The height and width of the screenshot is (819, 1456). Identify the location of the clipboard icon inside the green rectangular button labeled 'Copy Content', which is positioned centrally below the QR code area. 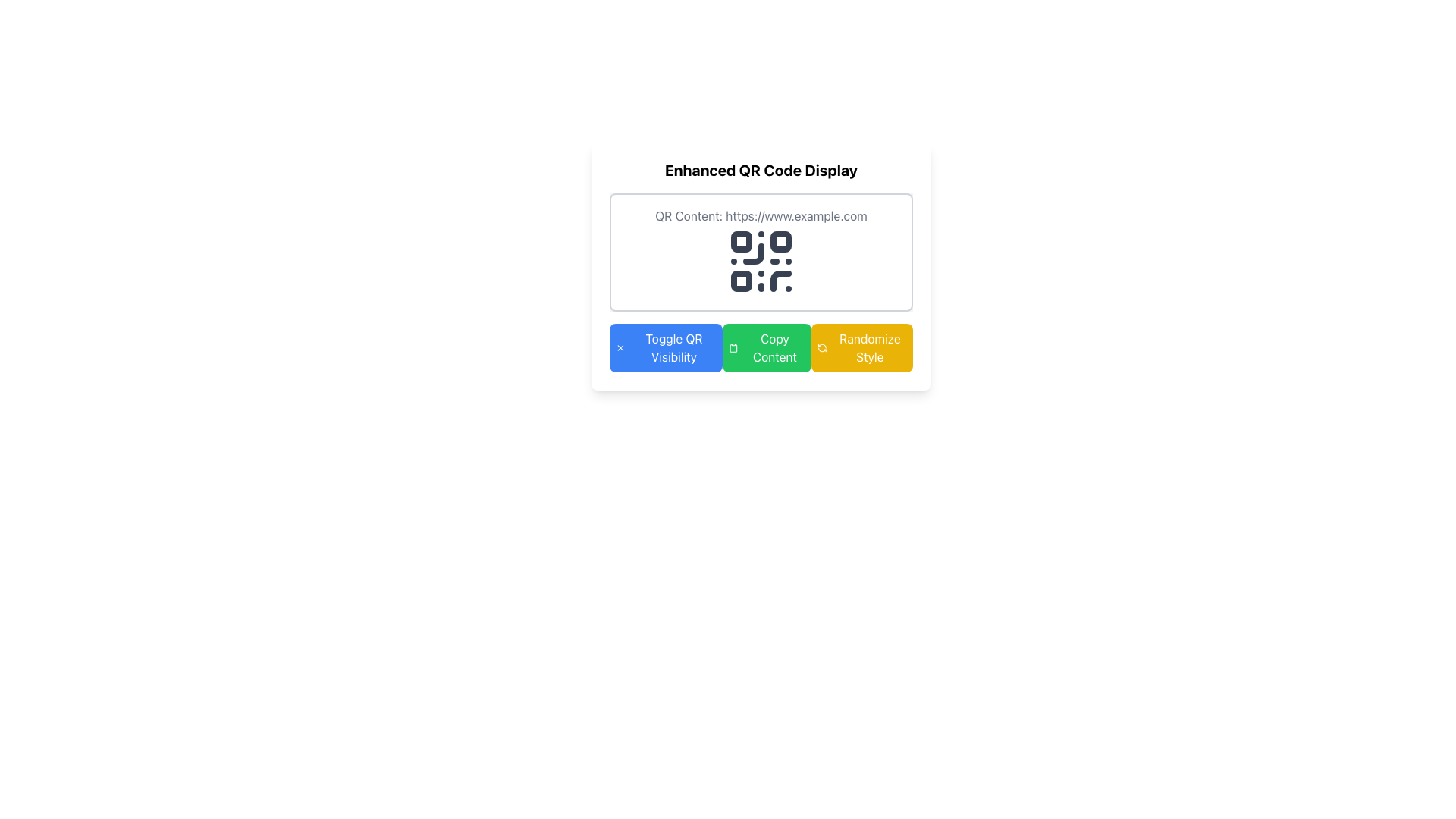
(733, 348).